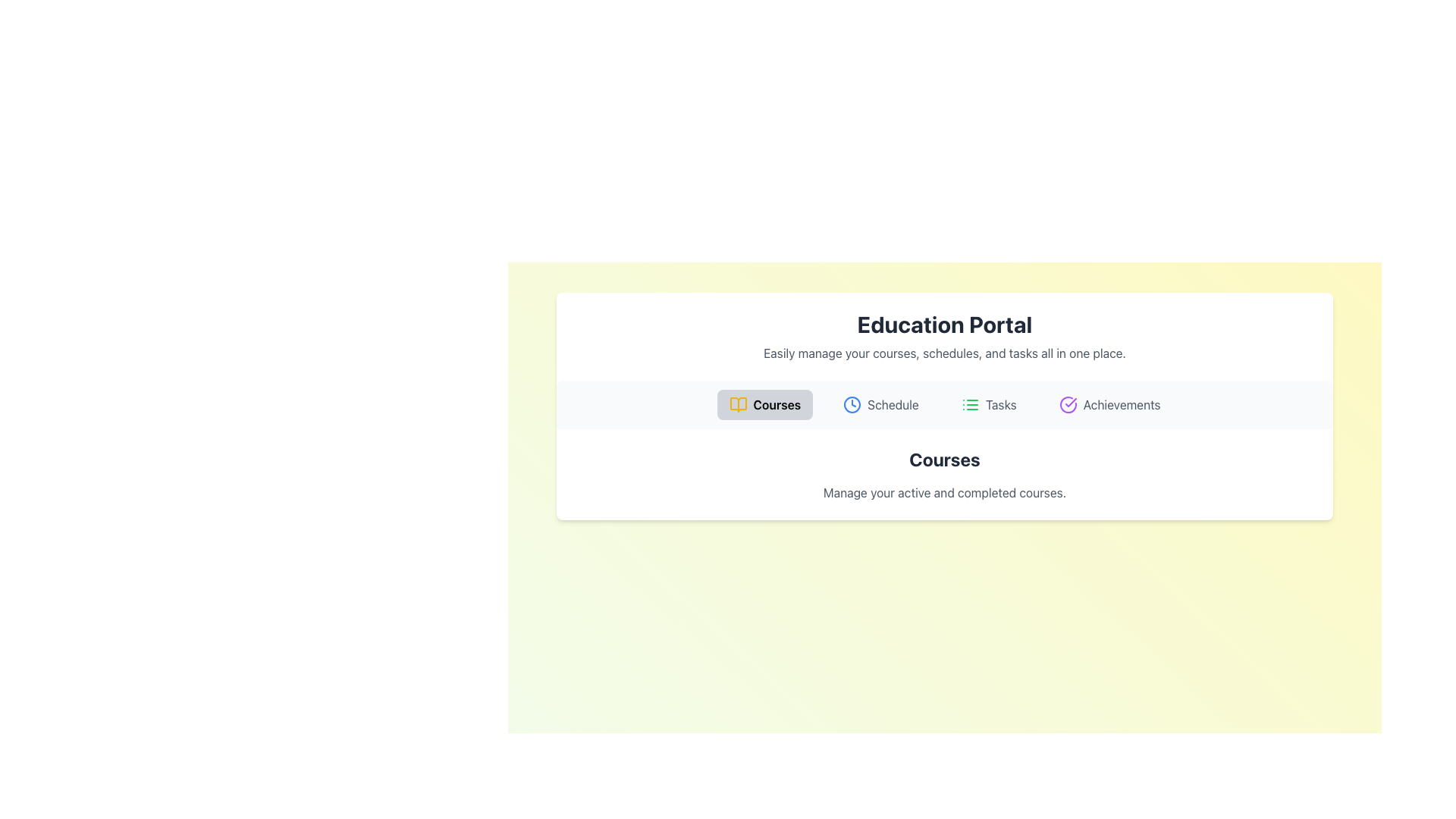 This screenshot has width=1456, height=819. I want to click on text of the heading and paragraph element introducing the 'Courses' section, located centrally below the navigation bar, so click(944, 473).